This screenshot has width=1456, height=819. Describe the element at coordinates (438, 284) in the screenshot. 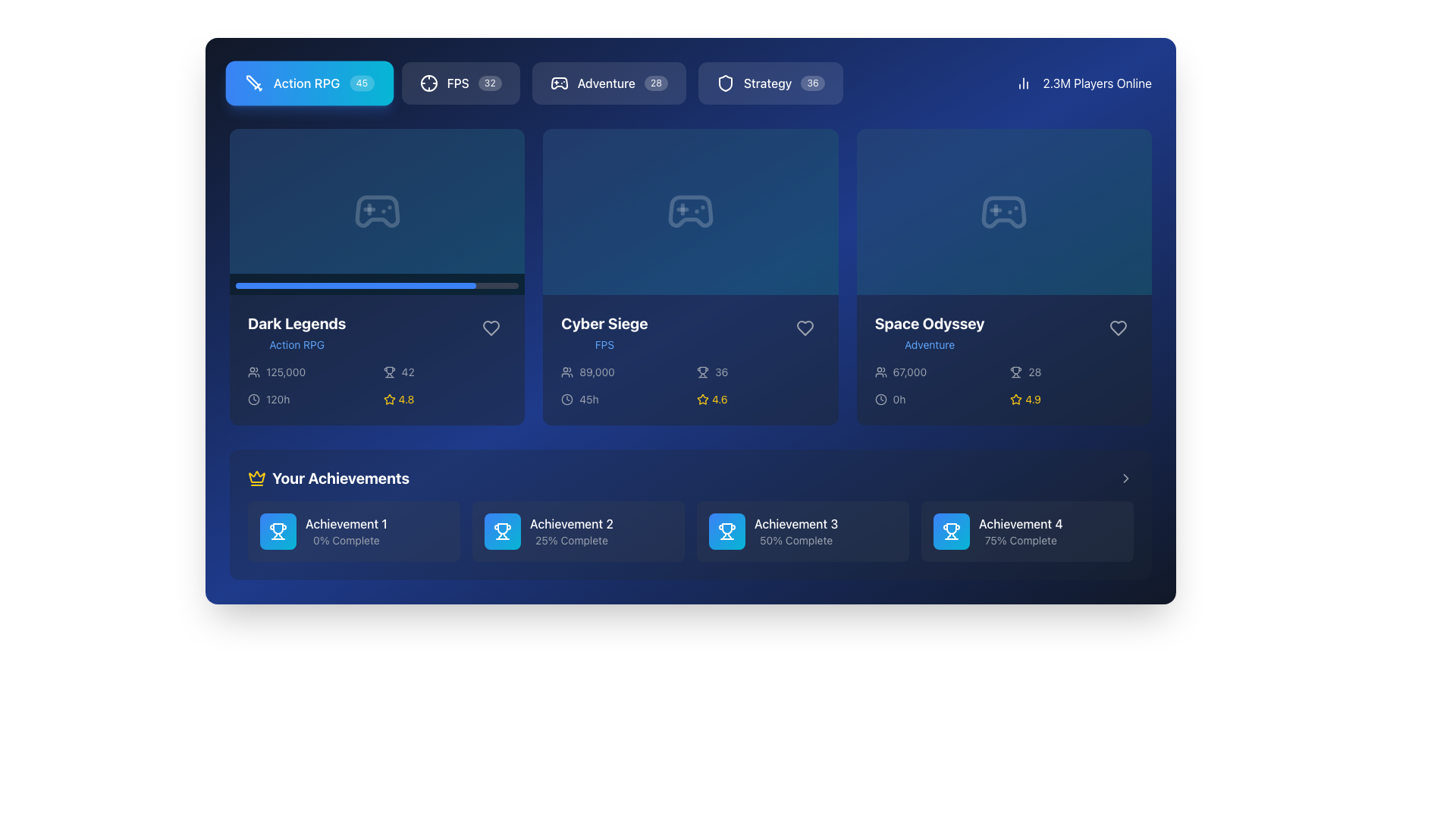

I see `the progress bar` at that location.